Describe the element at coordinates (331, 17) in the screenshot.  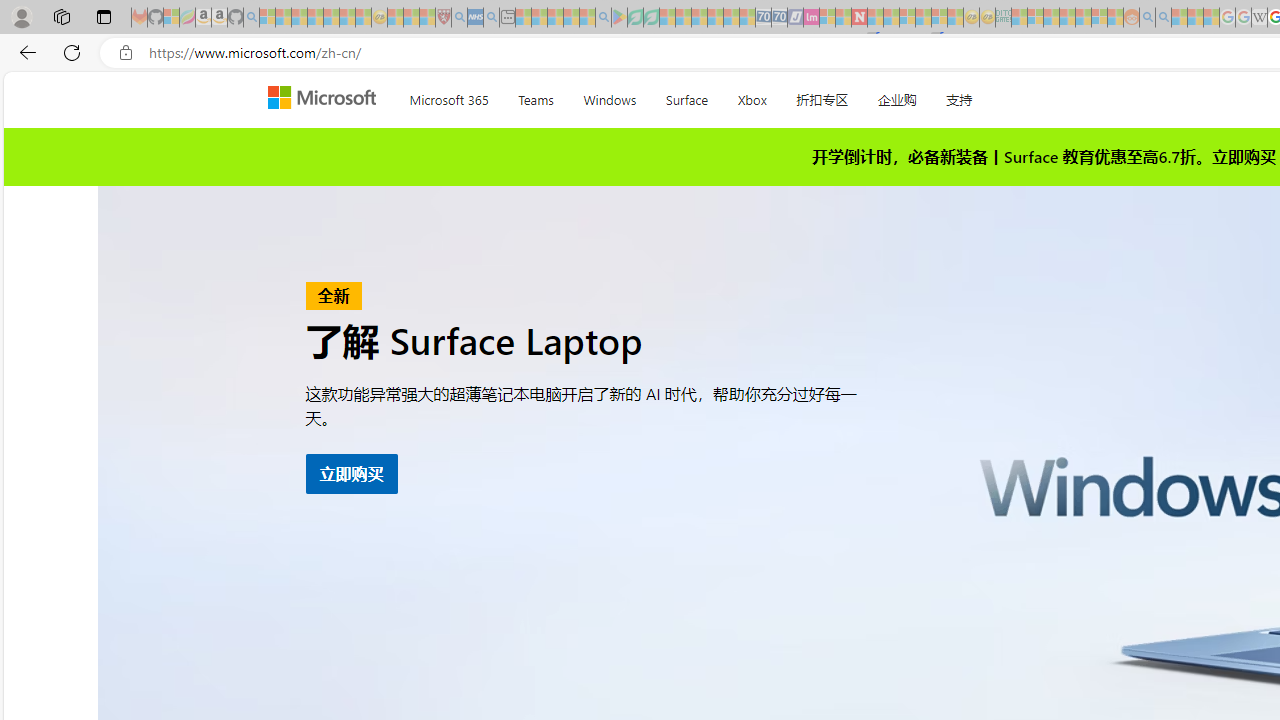
I see `'New Report Confirms 2023 Was Record Hot | Watch - Sleeping'` at that location.